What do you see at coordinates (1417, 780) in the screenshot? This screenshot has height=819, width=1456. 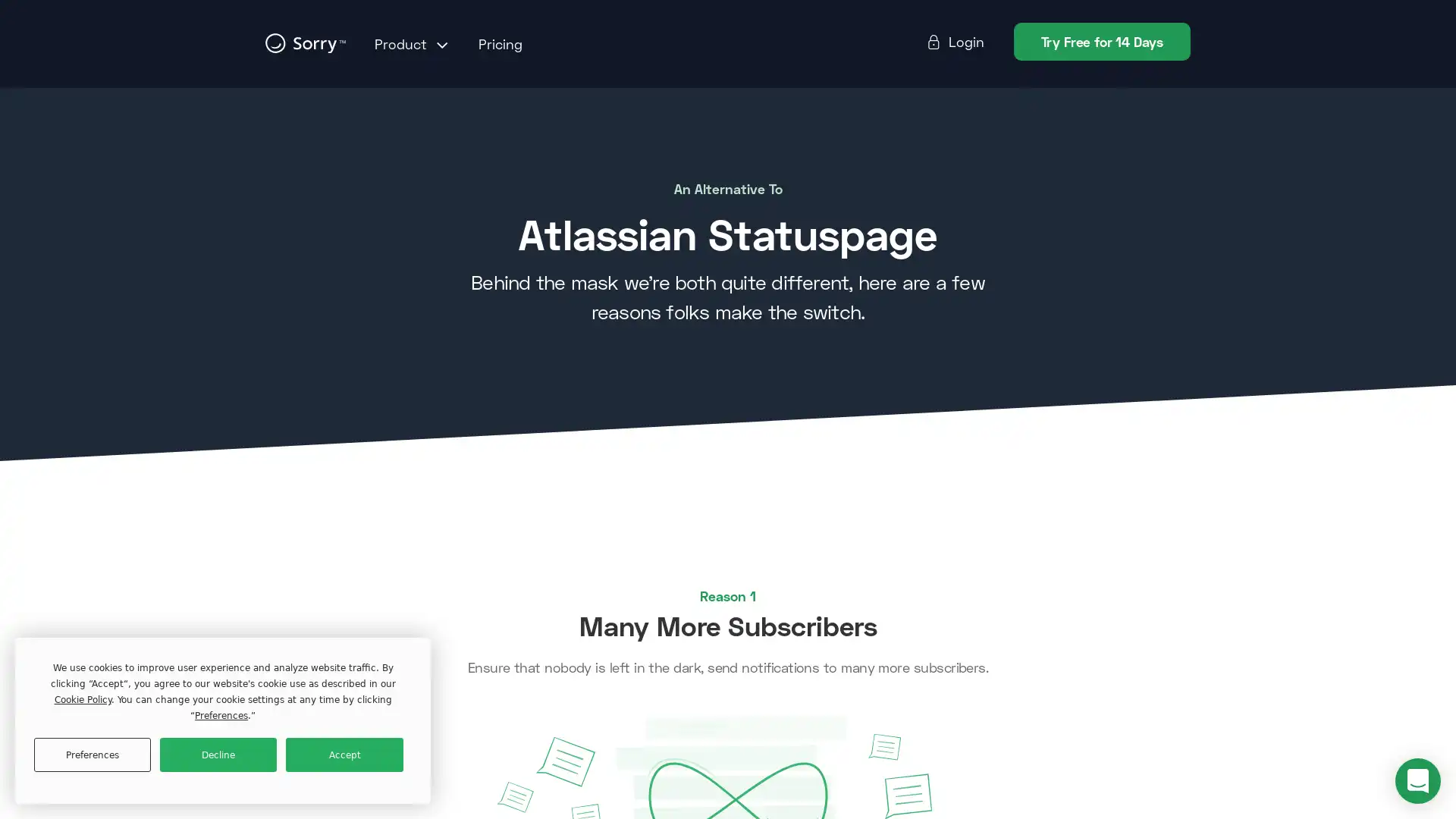 I see `Open Intercom Messenger` at bounding box center [1417, 780].